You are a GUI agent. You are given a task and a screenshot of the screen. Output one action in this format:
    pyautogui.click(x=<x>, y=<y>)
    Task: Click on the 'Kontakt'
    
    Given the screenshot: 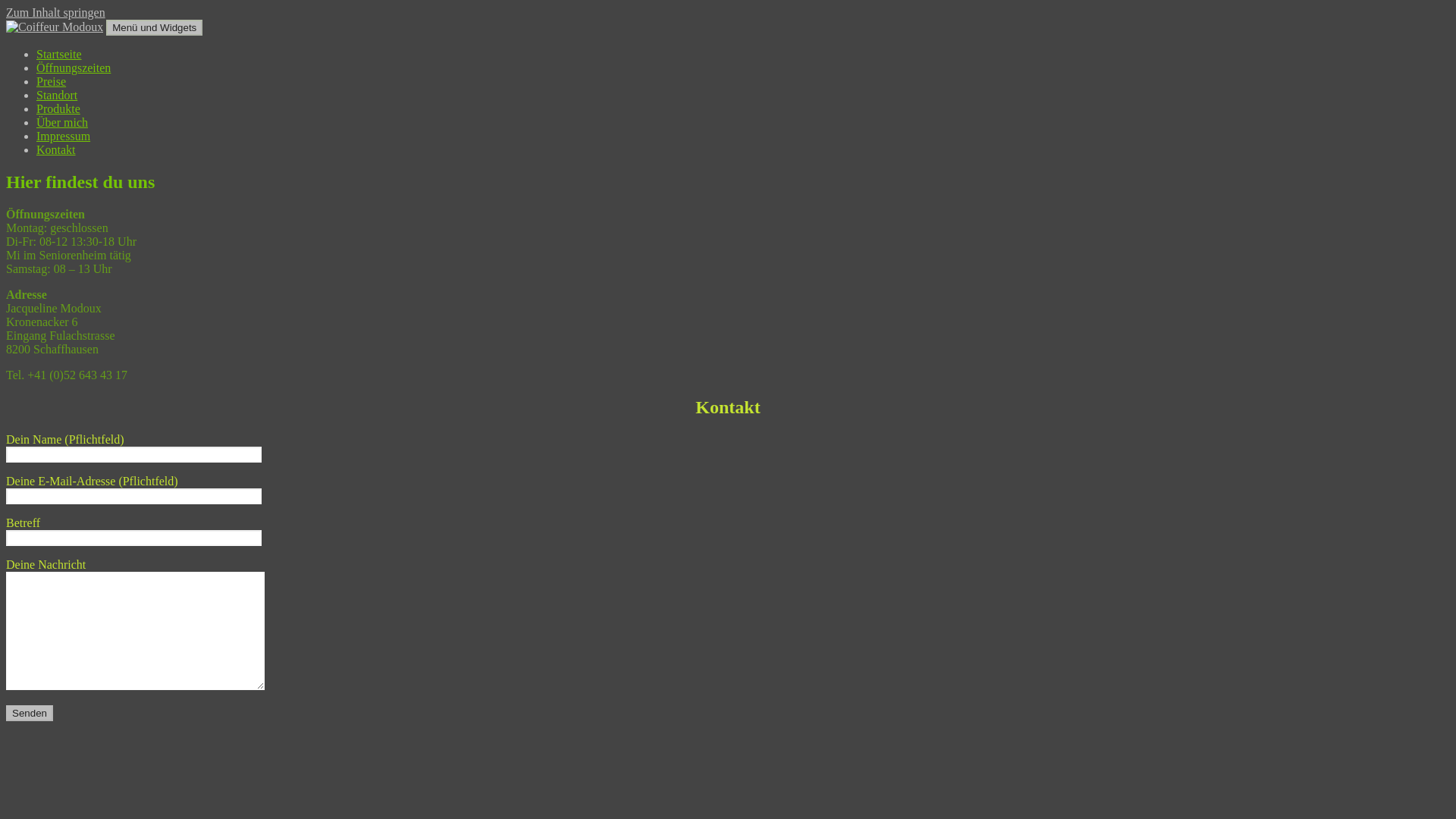 What is the action you would take?
    pyautogui.click(x=55, y=149)
    